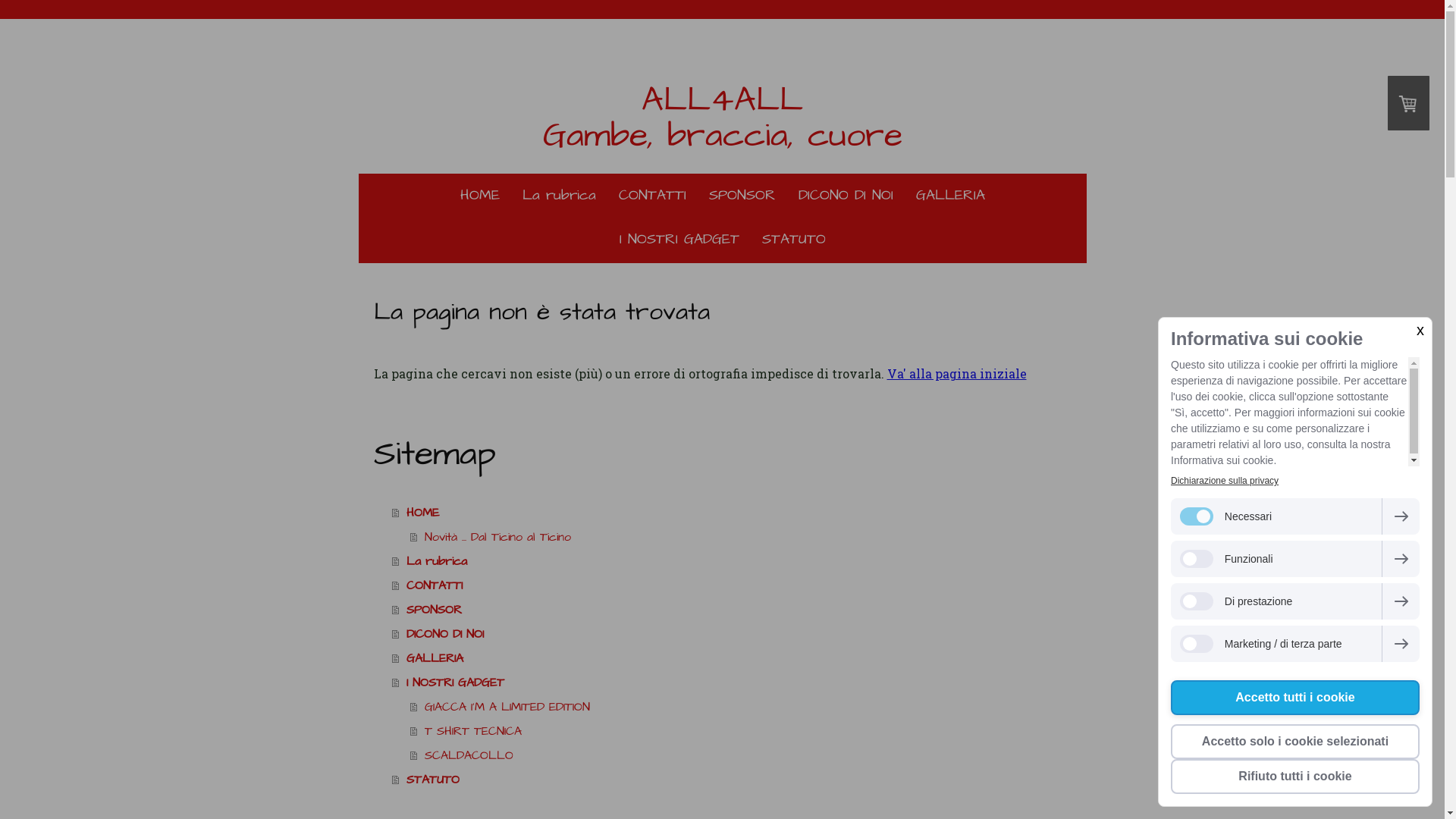 The height and width of the screenshot is (819, 1456). Describe the element at coordinates (1294, 698) in the screenshot. I see `'Accetto tutti i cookie'` at that location.